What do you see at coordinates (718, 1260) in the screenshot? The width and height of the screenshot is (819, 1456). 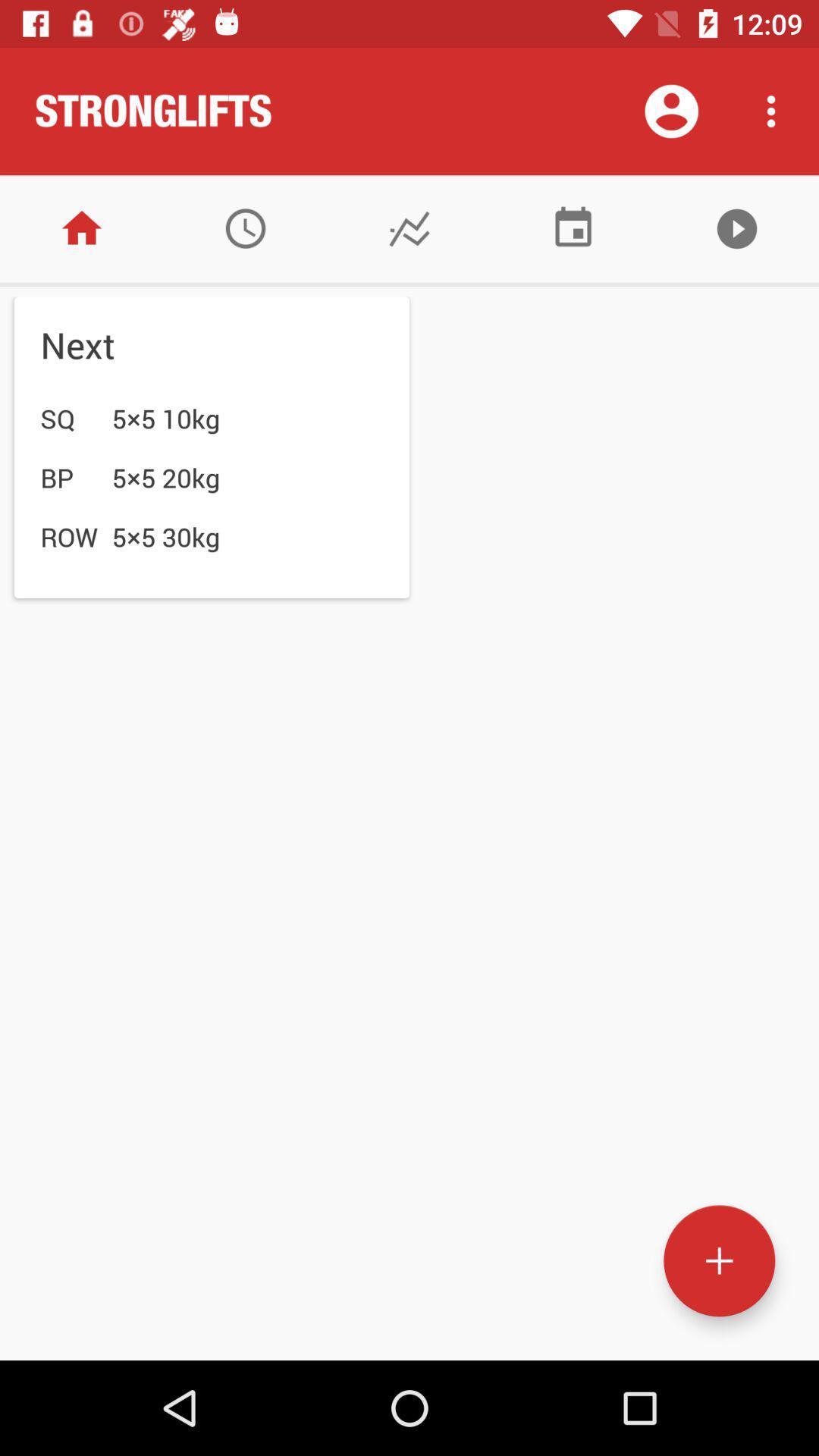 I see `open new page` at bounding box center [718, 1260].